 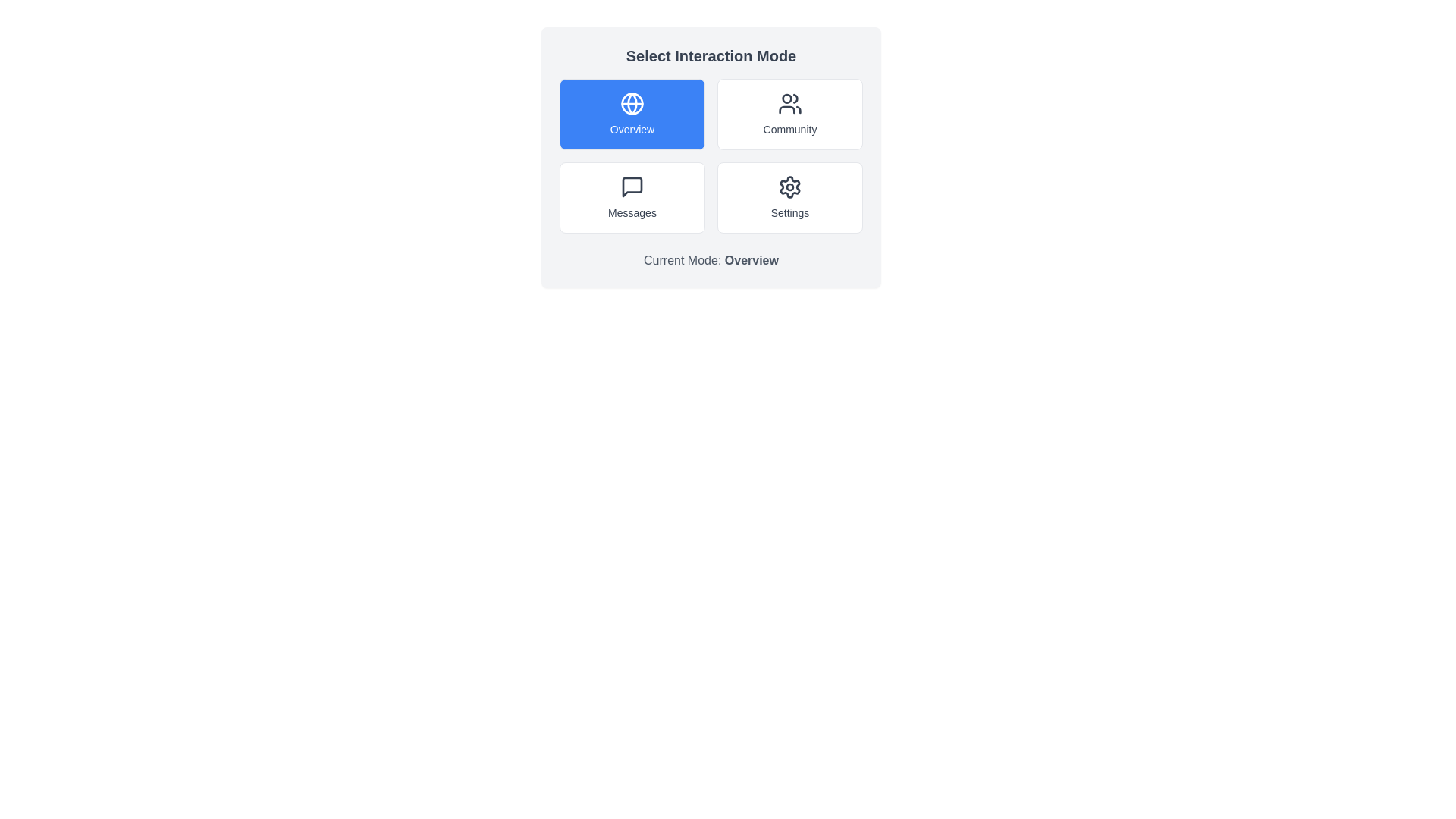 I want to click on the button corresponding to the interaction mode Settings, so click(x=789, y=197).